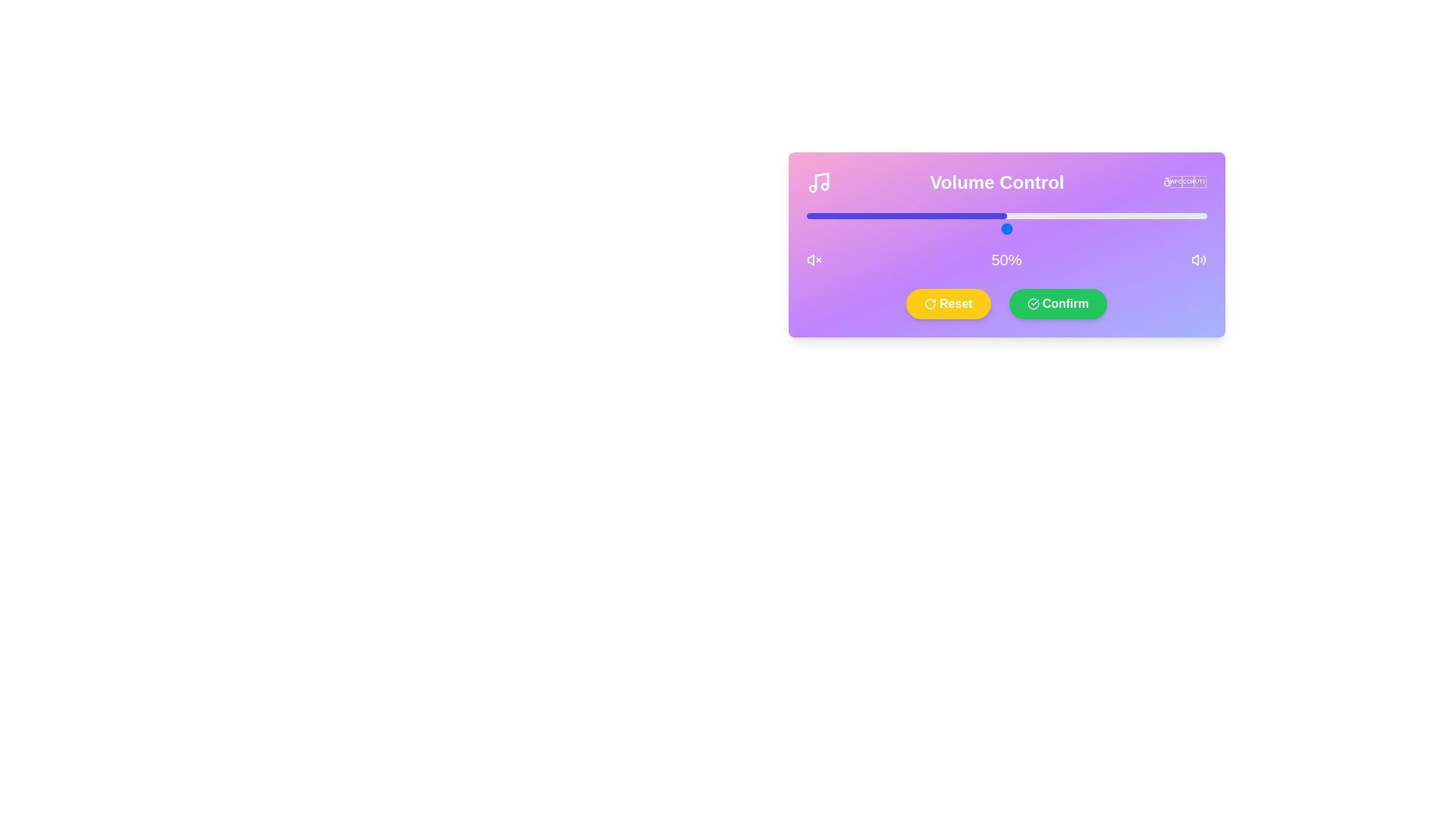  What do you see at coordinates (1006, 216) in the screenshot?
I see `the horizontal progress bar located centrally beneath the 'Volume Control' label and above the '50%' text, which is filled halfway in blue and has a light gray background` at bounding box center [1006, 216].